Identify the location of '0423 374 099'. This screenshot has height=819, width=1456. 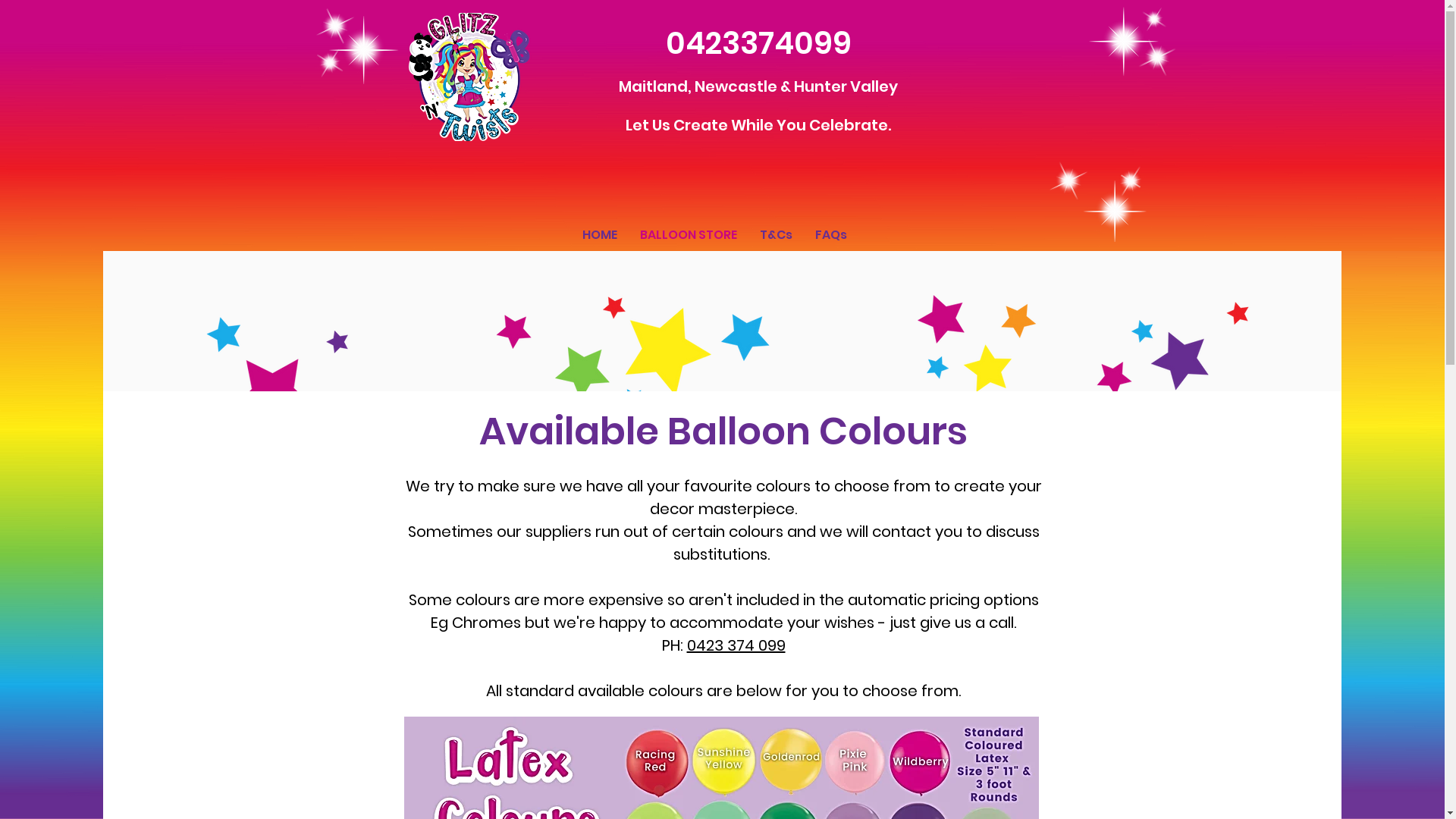
(736, 645).